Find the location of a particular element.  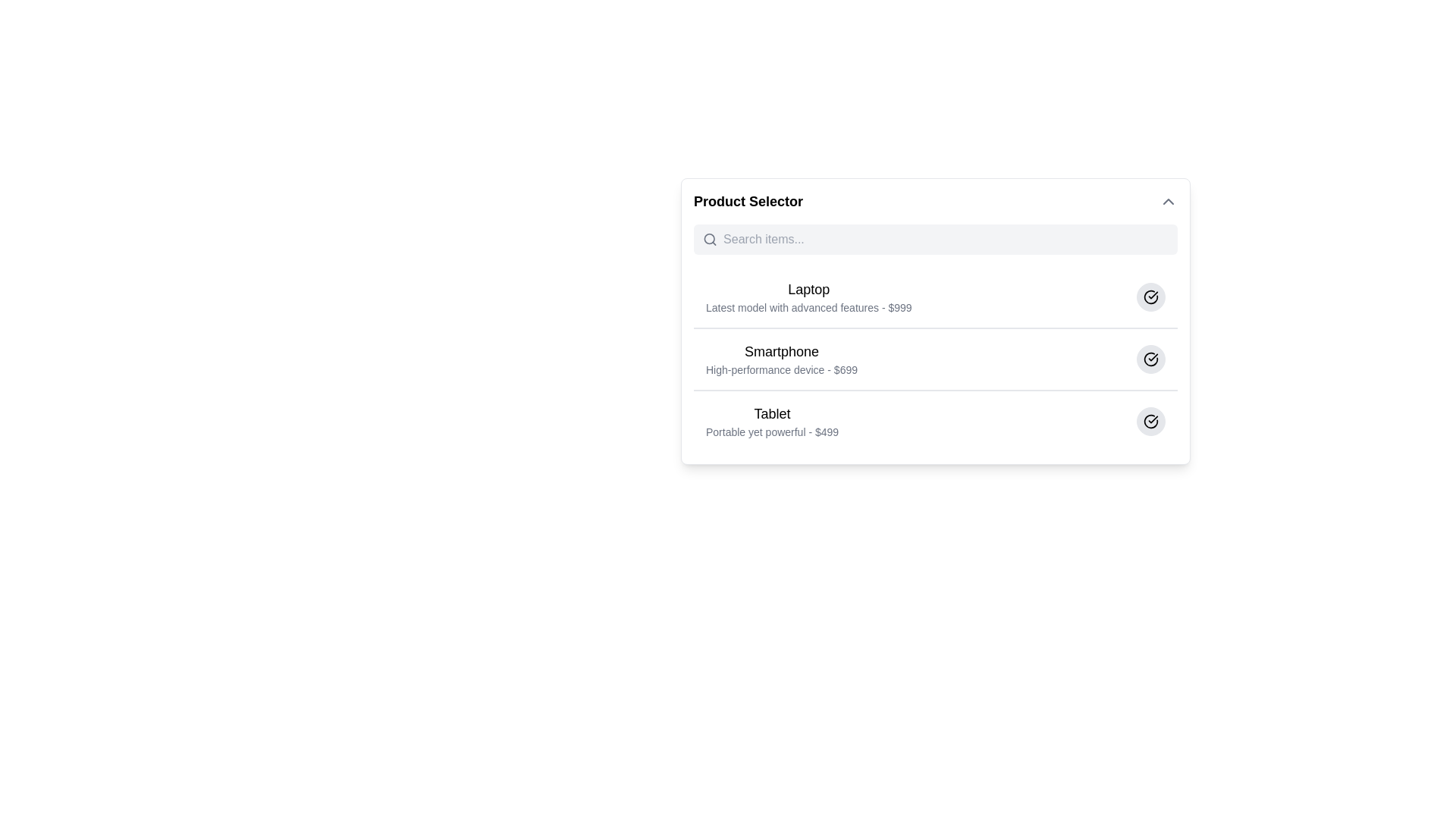

the product description label located beneath the main text 'Smartphone' in the product details section is located at coordinates (782, 370).